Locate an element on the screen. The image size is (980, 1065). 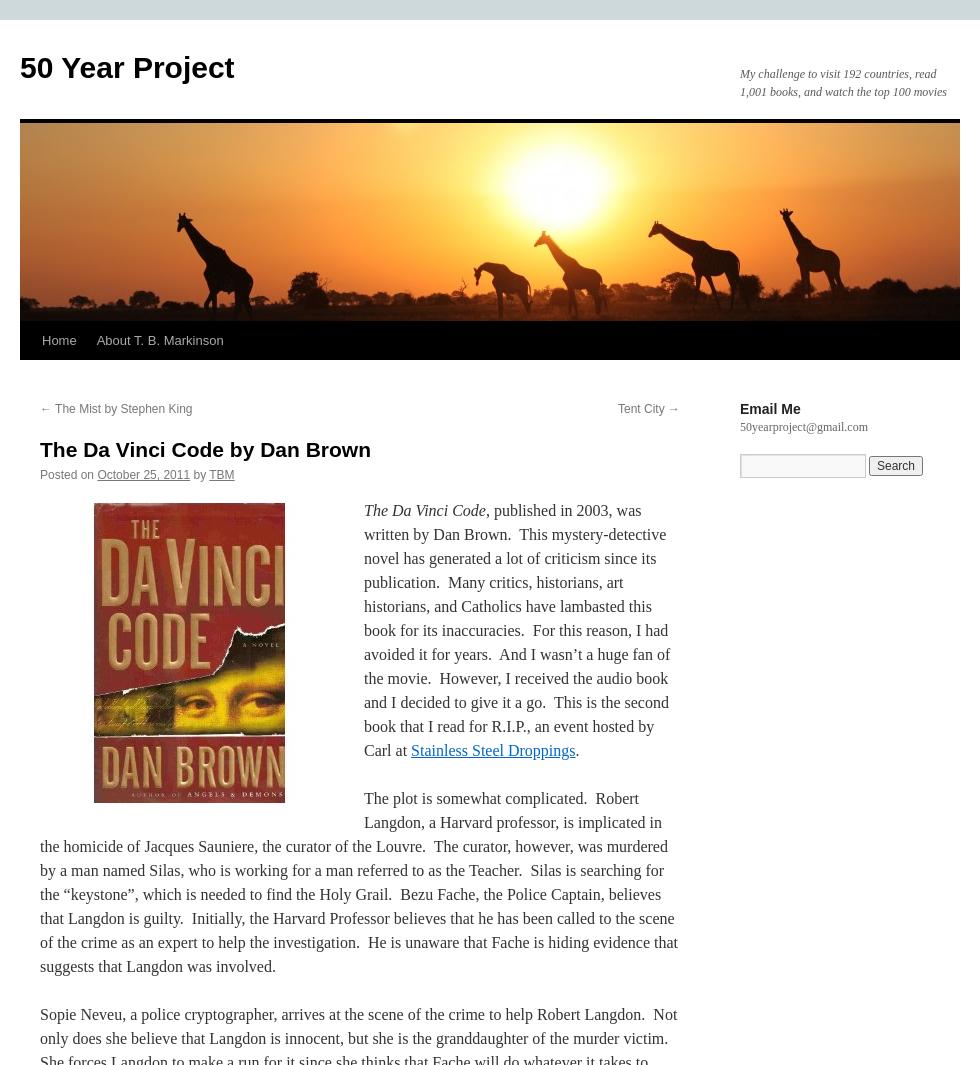
'The Da Vinci Code by Dan Brown' is located at coordinates (205, 448).